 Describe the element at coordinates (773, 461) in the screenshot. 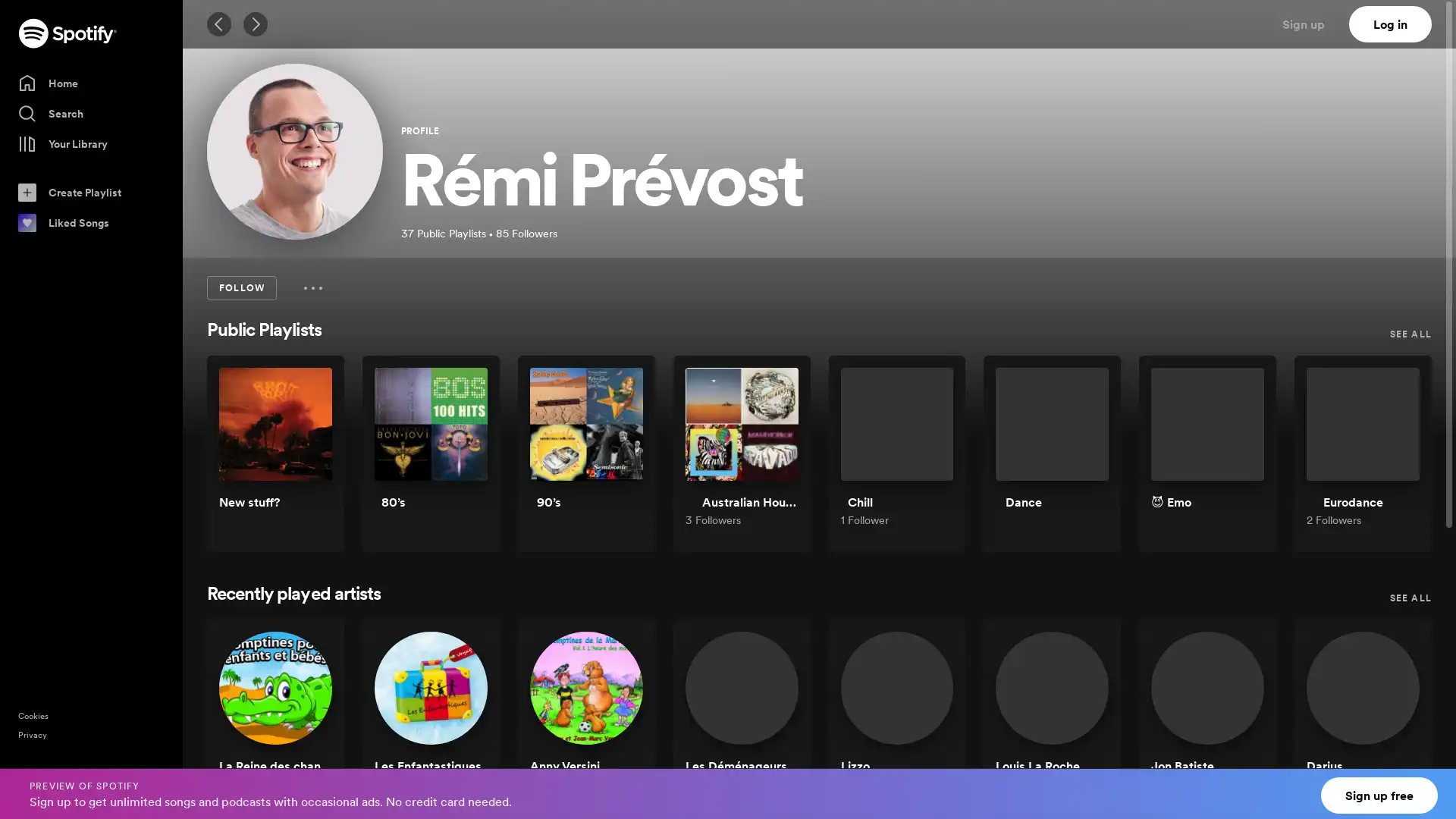

I see `Play  Australian House` at that location.